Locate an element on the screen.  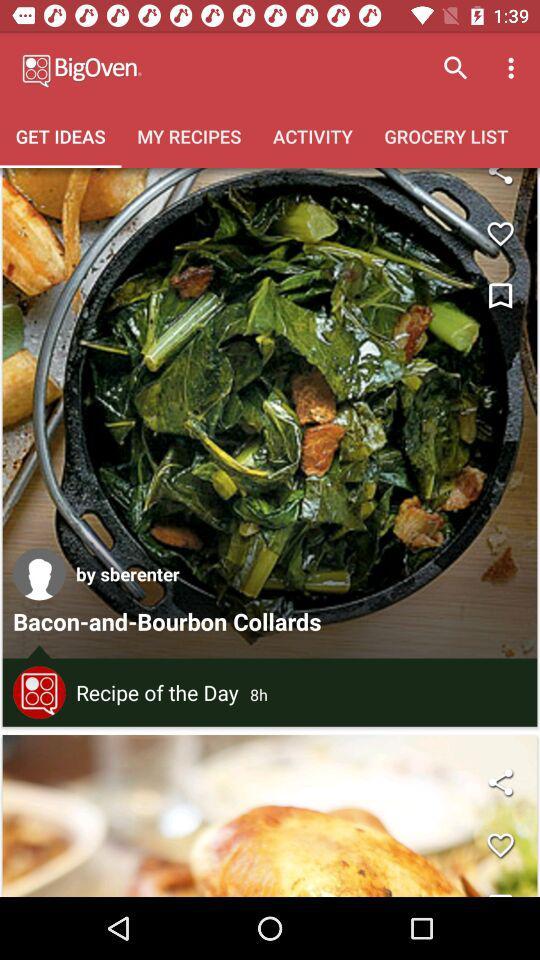
image page is located at coordinates (270, 816).